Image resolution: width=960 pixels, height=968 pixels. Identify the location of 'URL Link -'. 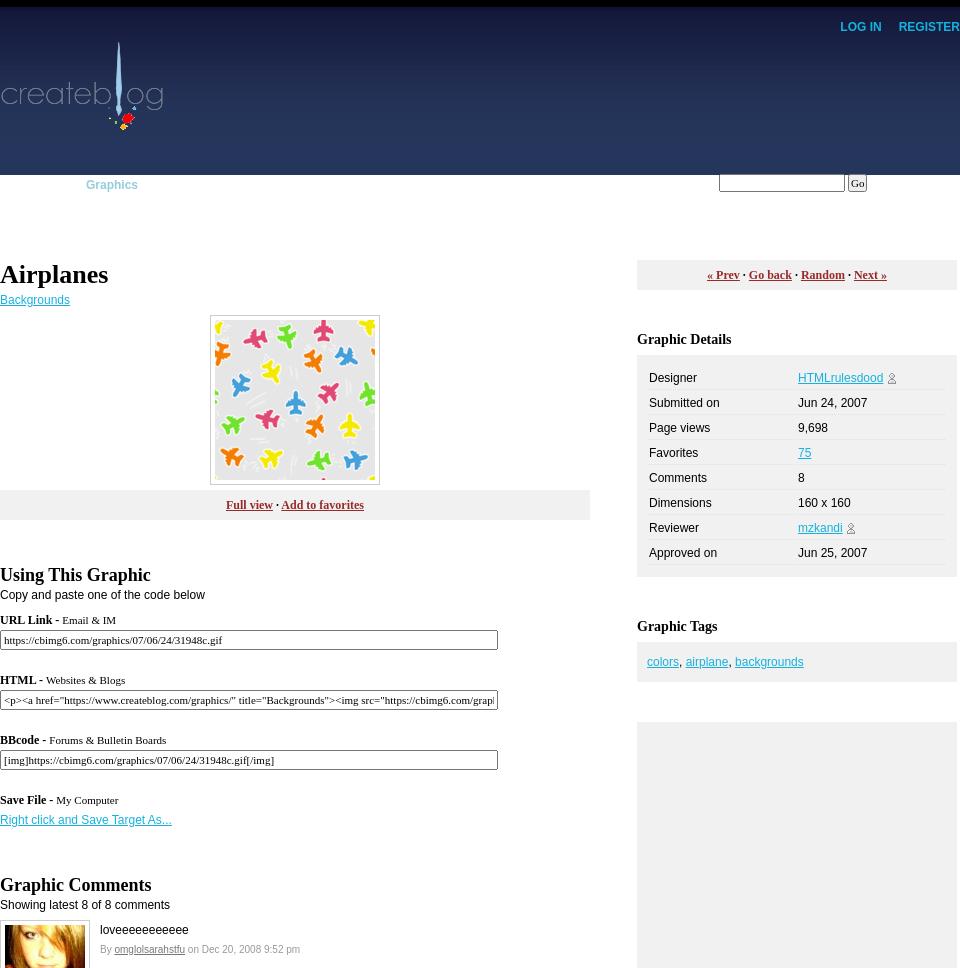
(30, 619).